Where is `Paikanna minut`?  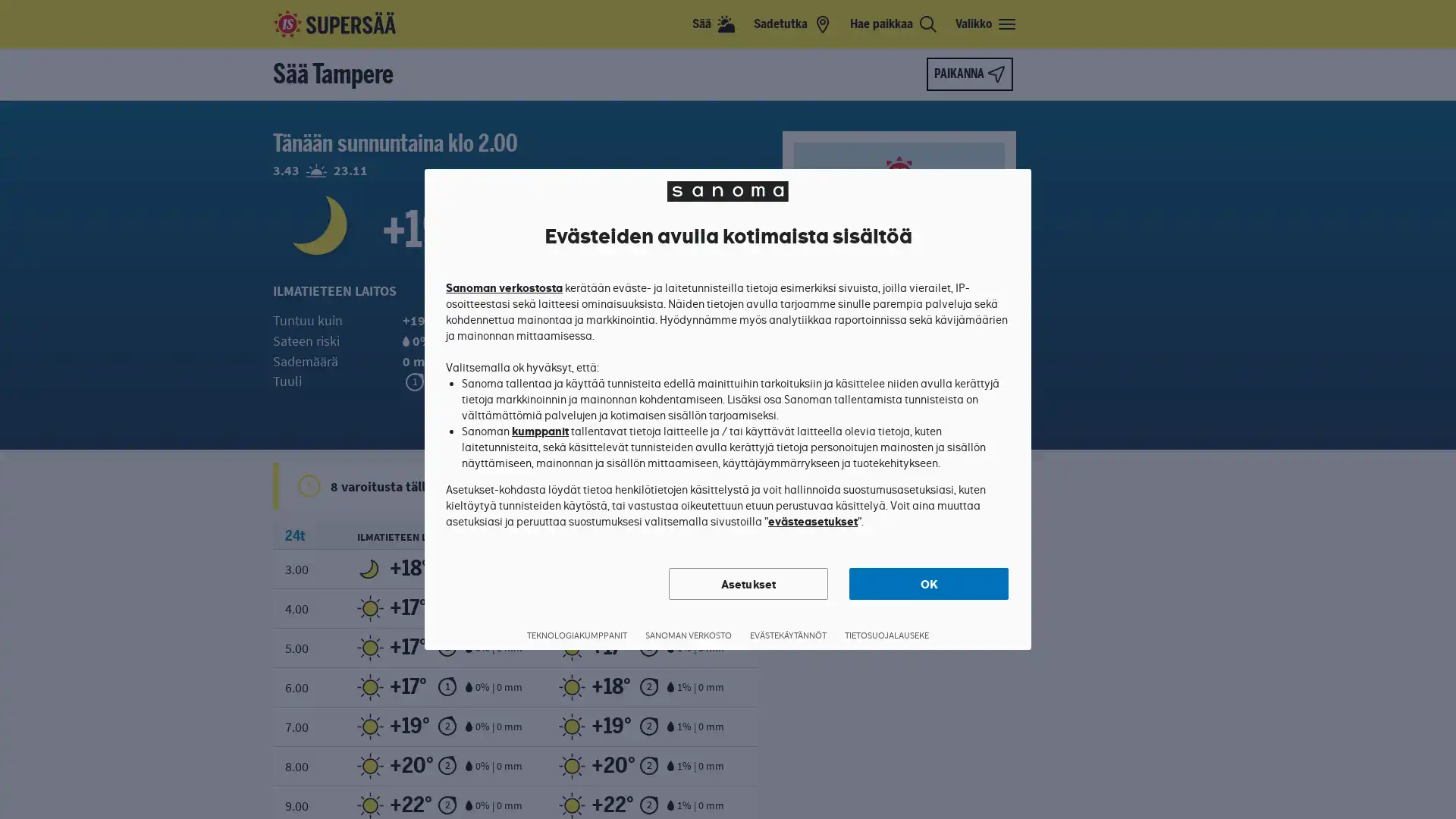 Paikanna minut is located at coordinates (968, 74).